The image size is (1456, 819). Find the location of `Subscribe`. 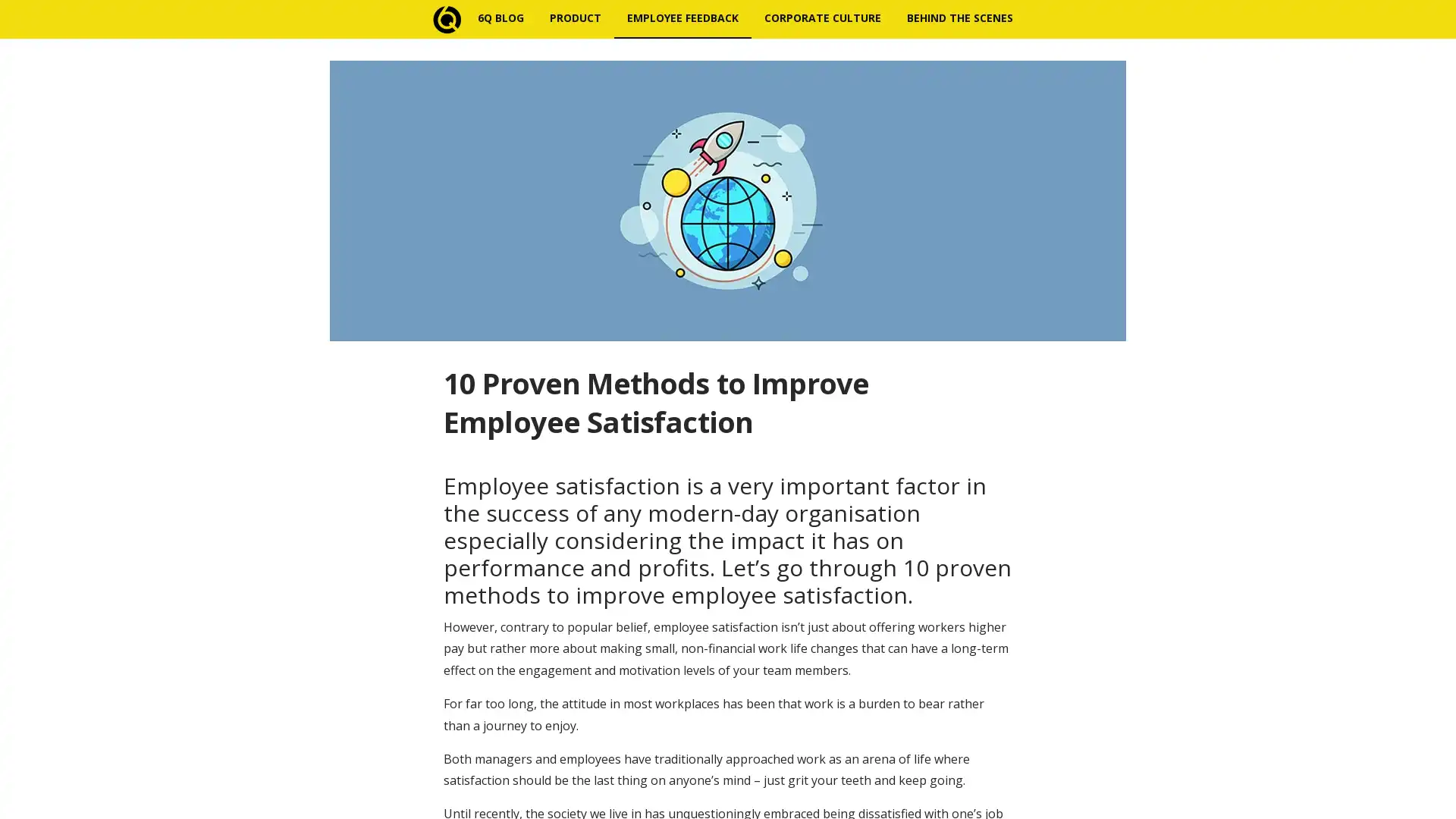

Subscribe is located at coordinates (895, 797).